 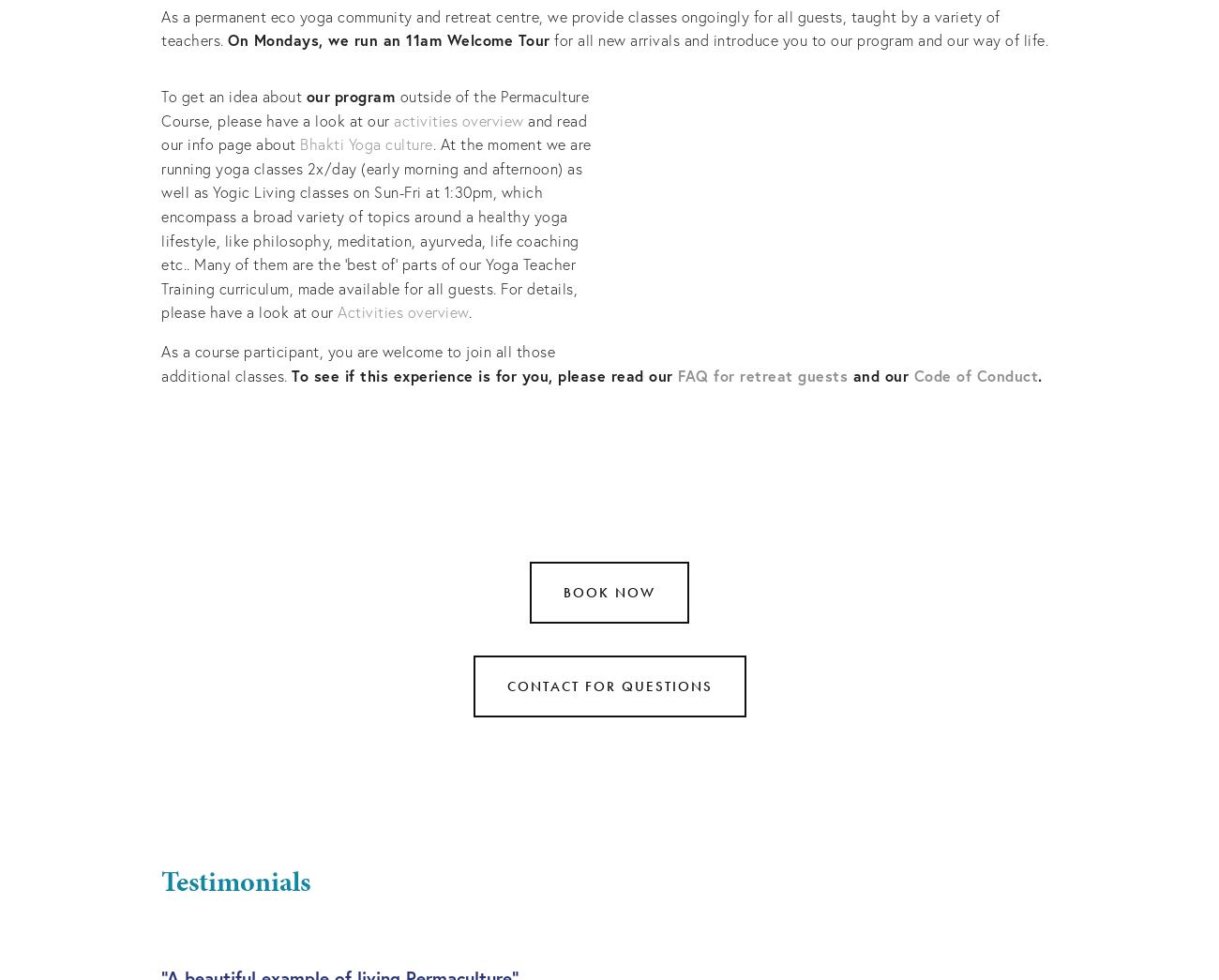 What do you see at coordinates (378, 226) in the screenshot?
I see `'. At the moment we are running yoga classes 2x/day (early morning and afternoon) as well as Yogic Living classes on Sun-Fri at 1:30pm, which encompass a broad variety of topics around a healthy yoga lifestyle, like philosophy, meditation, ayurveda, life coaching etc.. Many of them are the 'best of' parts of our Yoga Teacher Training curriculum, made available for all guests. For details, please have a look at our'` at bounding box center [378, 226].